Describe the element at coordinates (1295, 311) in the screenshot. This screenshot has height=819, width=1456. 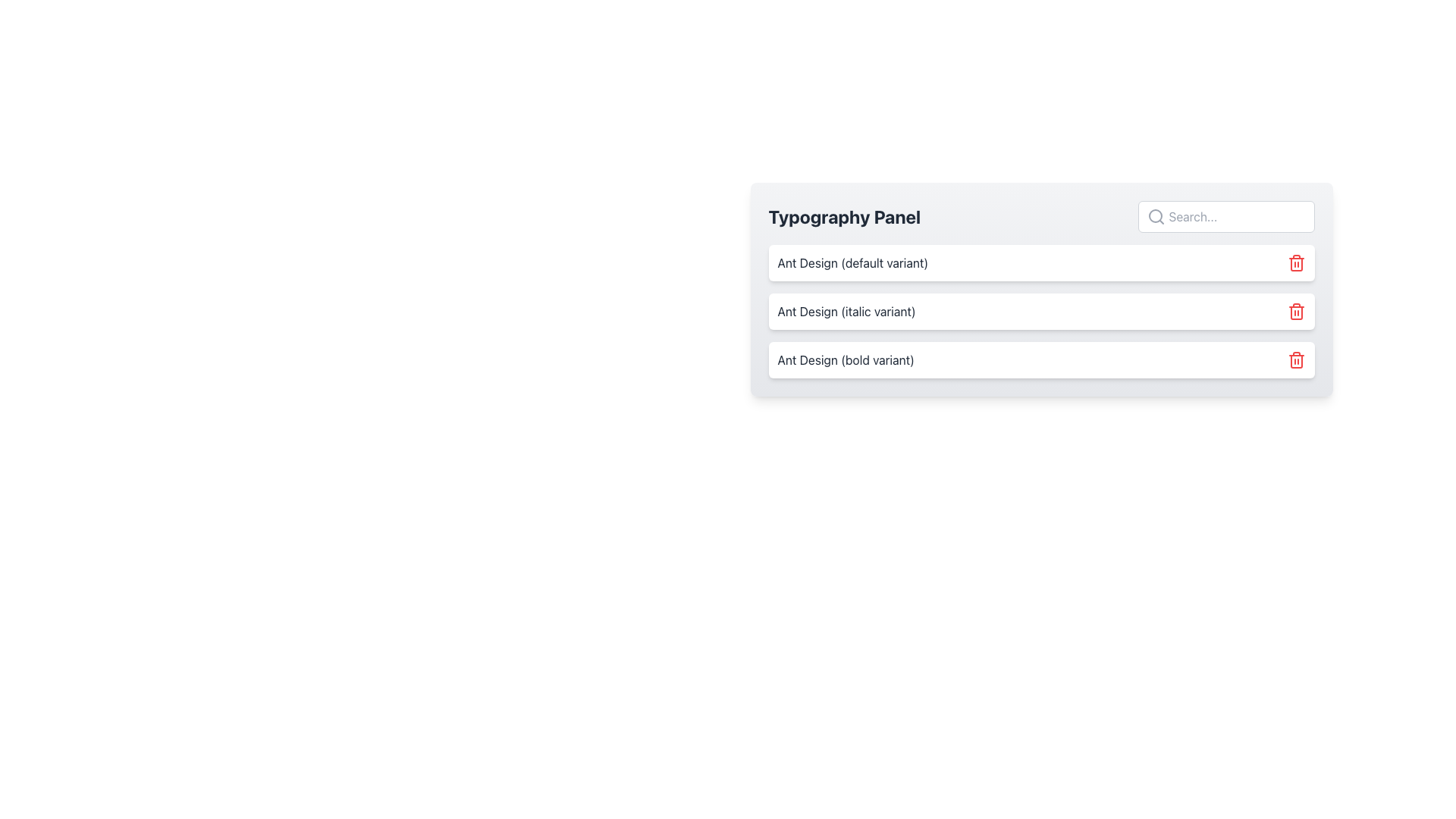
I see `the delete button, which is visually identifiable by its red color and positioned to the right of the 'Ant Design (italic variant)' text in the Typography Panel` at that location.